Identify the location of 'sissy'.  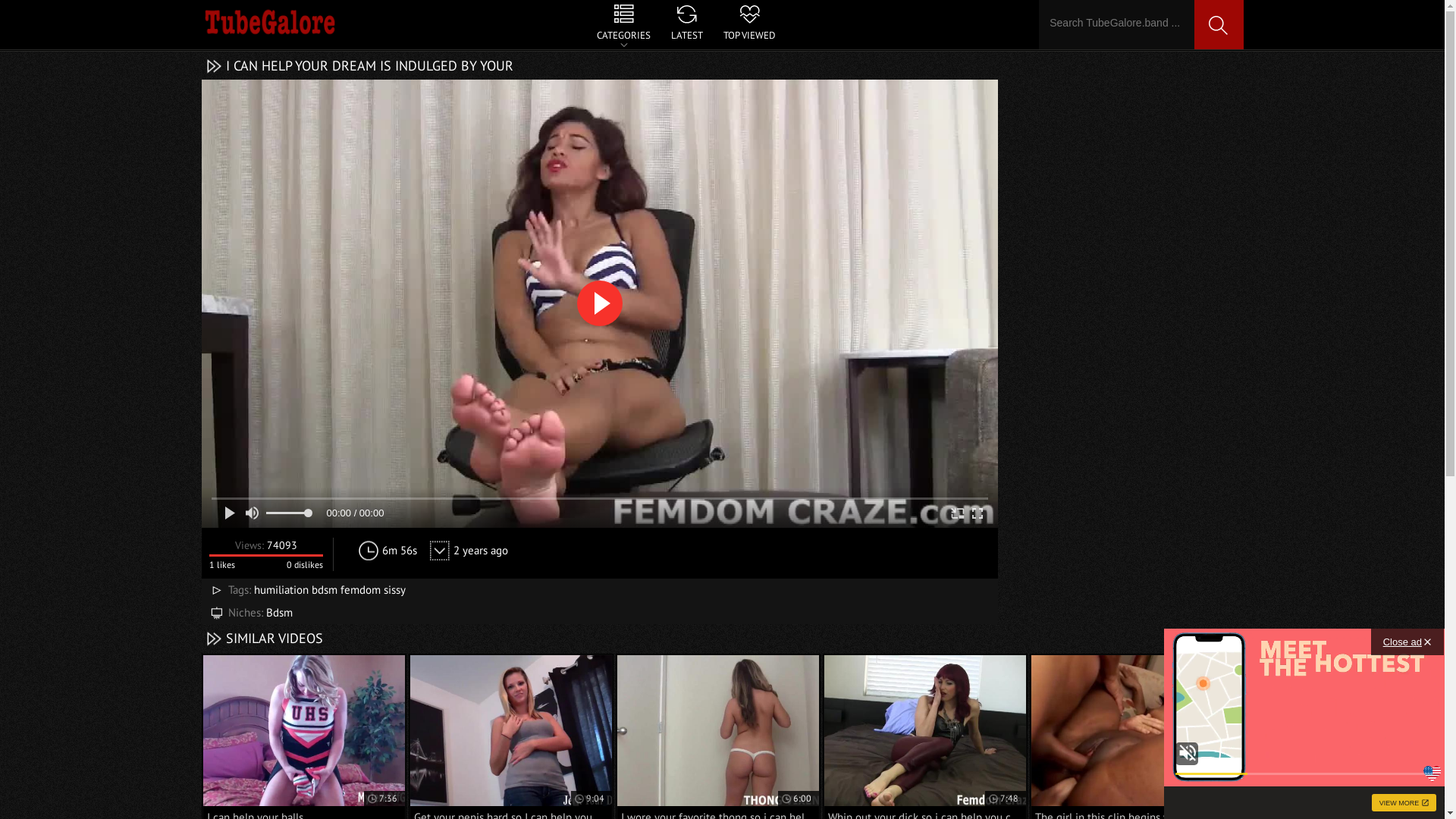
(383, 588).